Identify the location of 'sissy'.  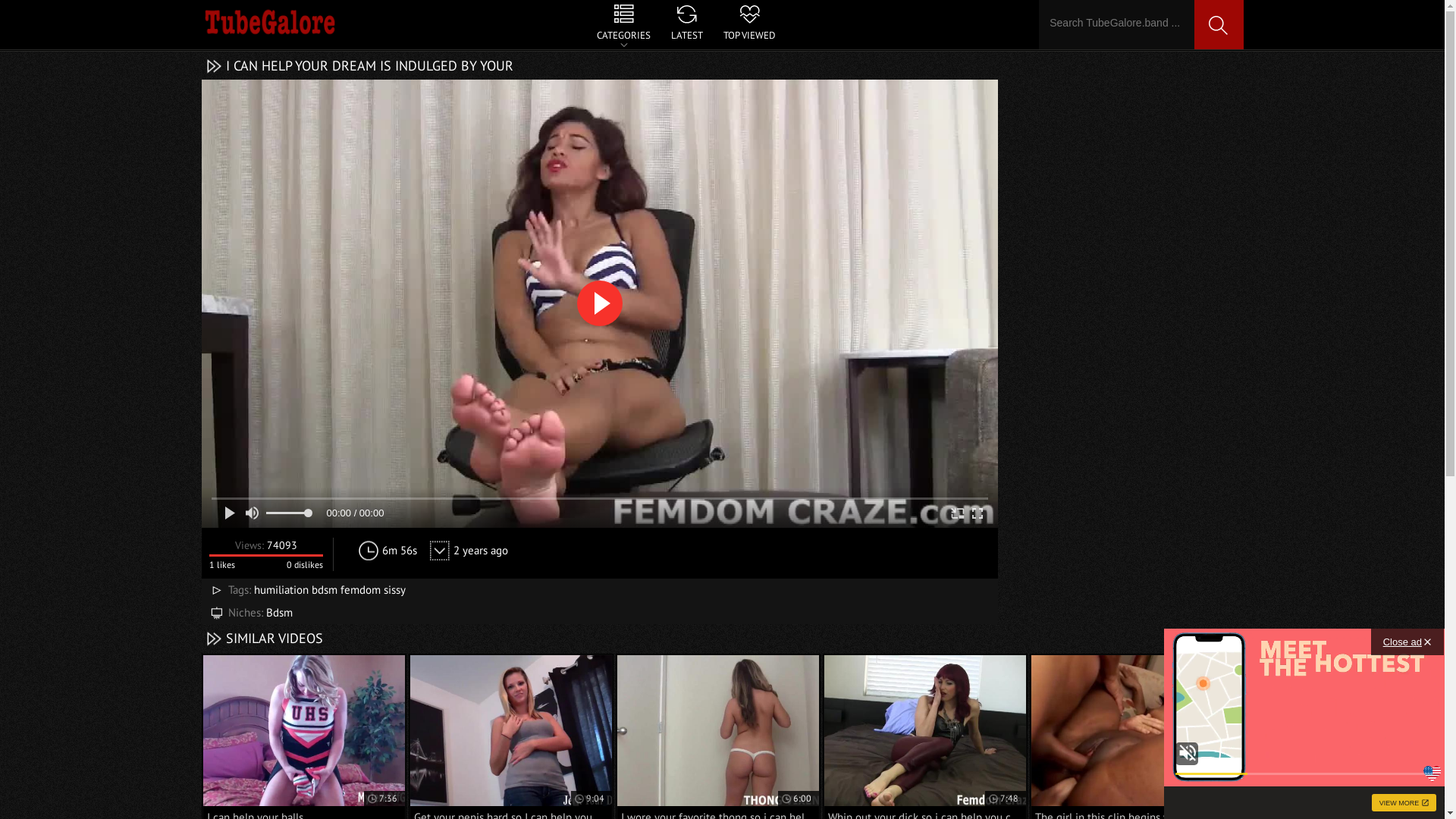
(383, 588).